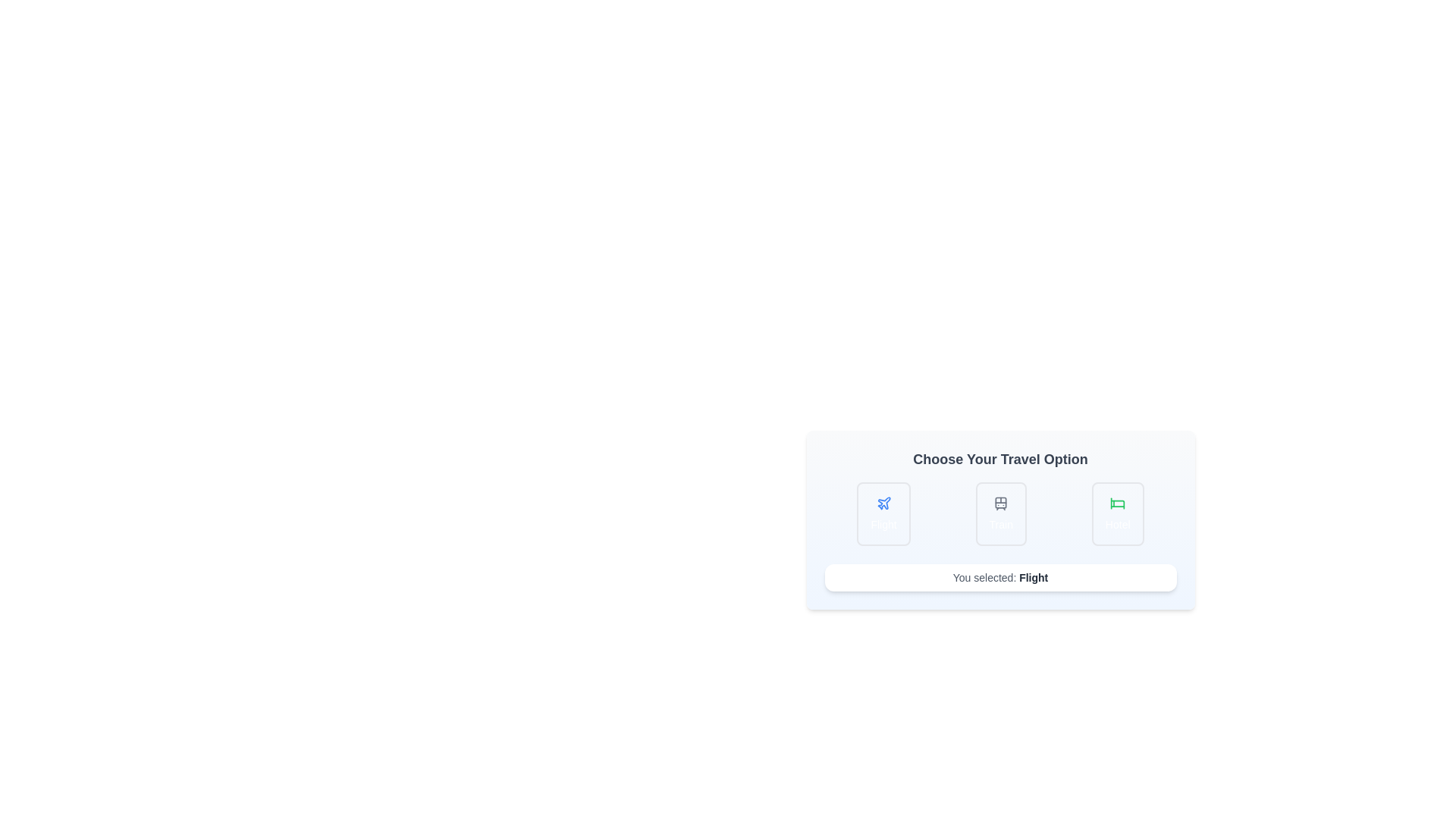 This screenshot has width=1456, height=819. Describe the element at coordinates (1118, 503) in the screenshot. I see `the green bed icon representing hotel accommodations, located within the 'Hotel' box at the bottom center of the interface` at that location.